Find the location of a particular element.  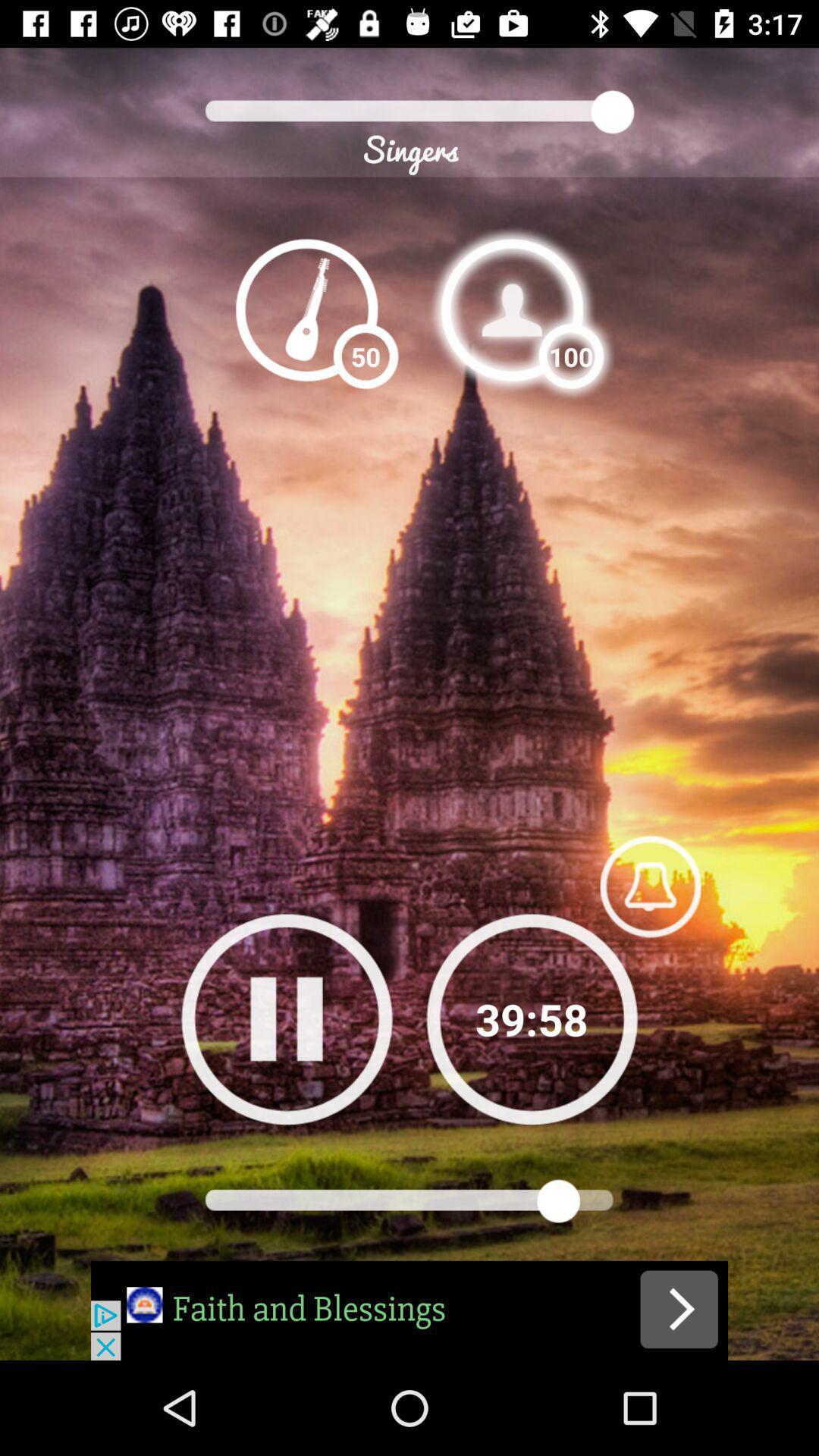

continue playing is located at coordinates (531, 1018).